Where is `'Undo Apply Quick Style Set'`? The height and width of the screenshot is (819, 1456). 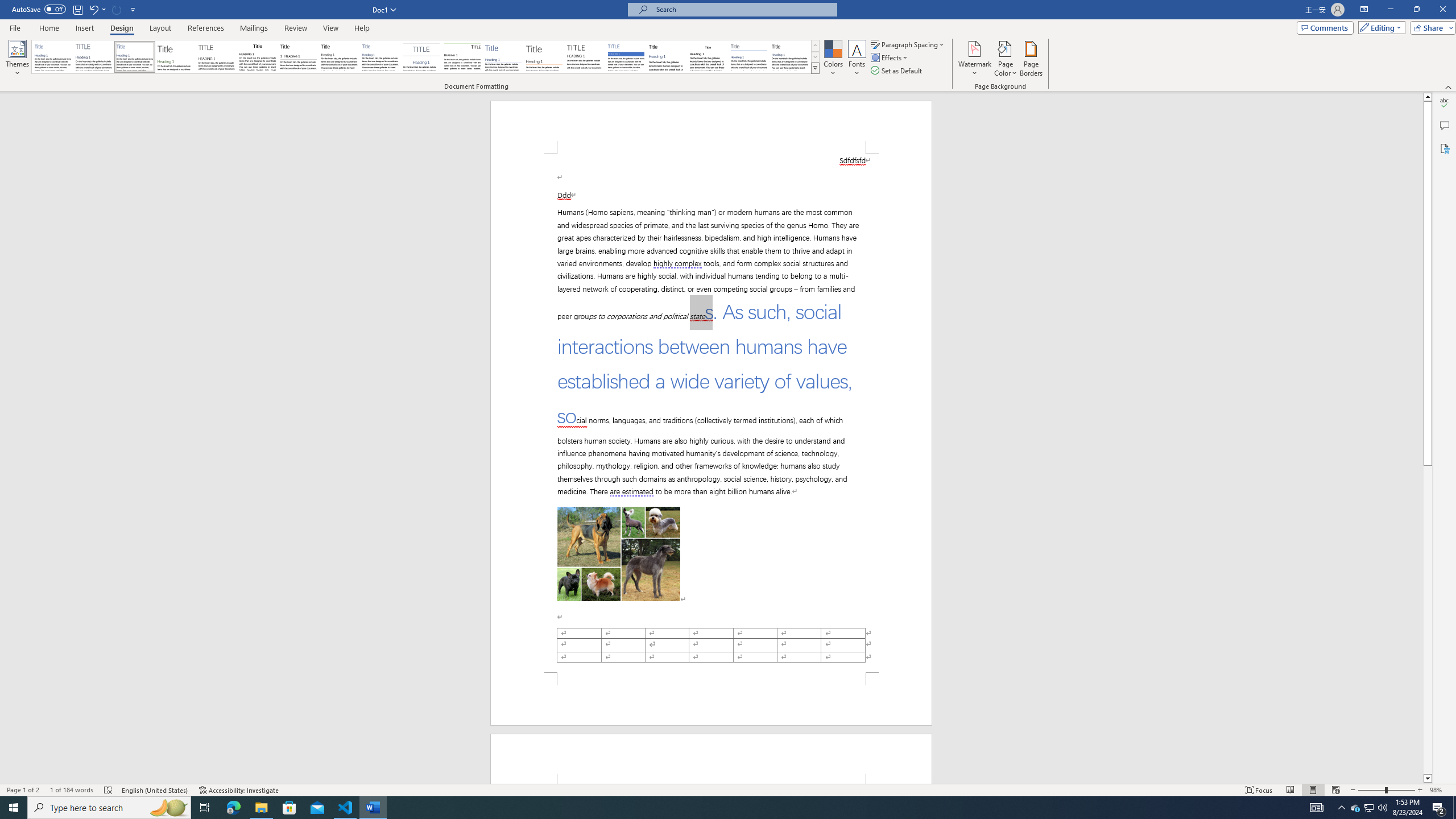 'Undo Apply Quick Style Set' is located at coordinates (97, 9).